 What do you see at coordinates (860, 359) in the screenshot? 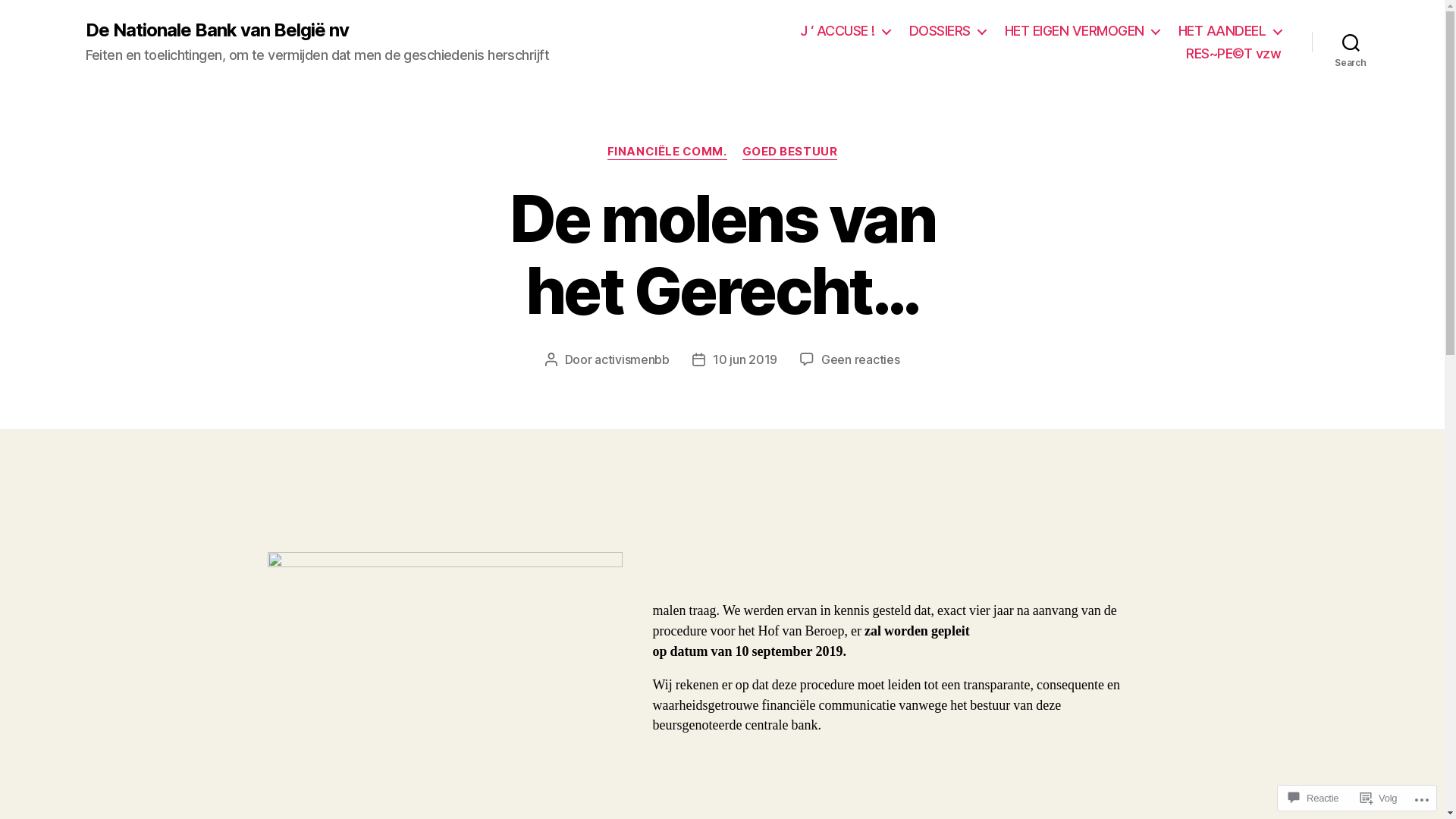
I see `'Geen reacties'` at bounding box center [860, 359].